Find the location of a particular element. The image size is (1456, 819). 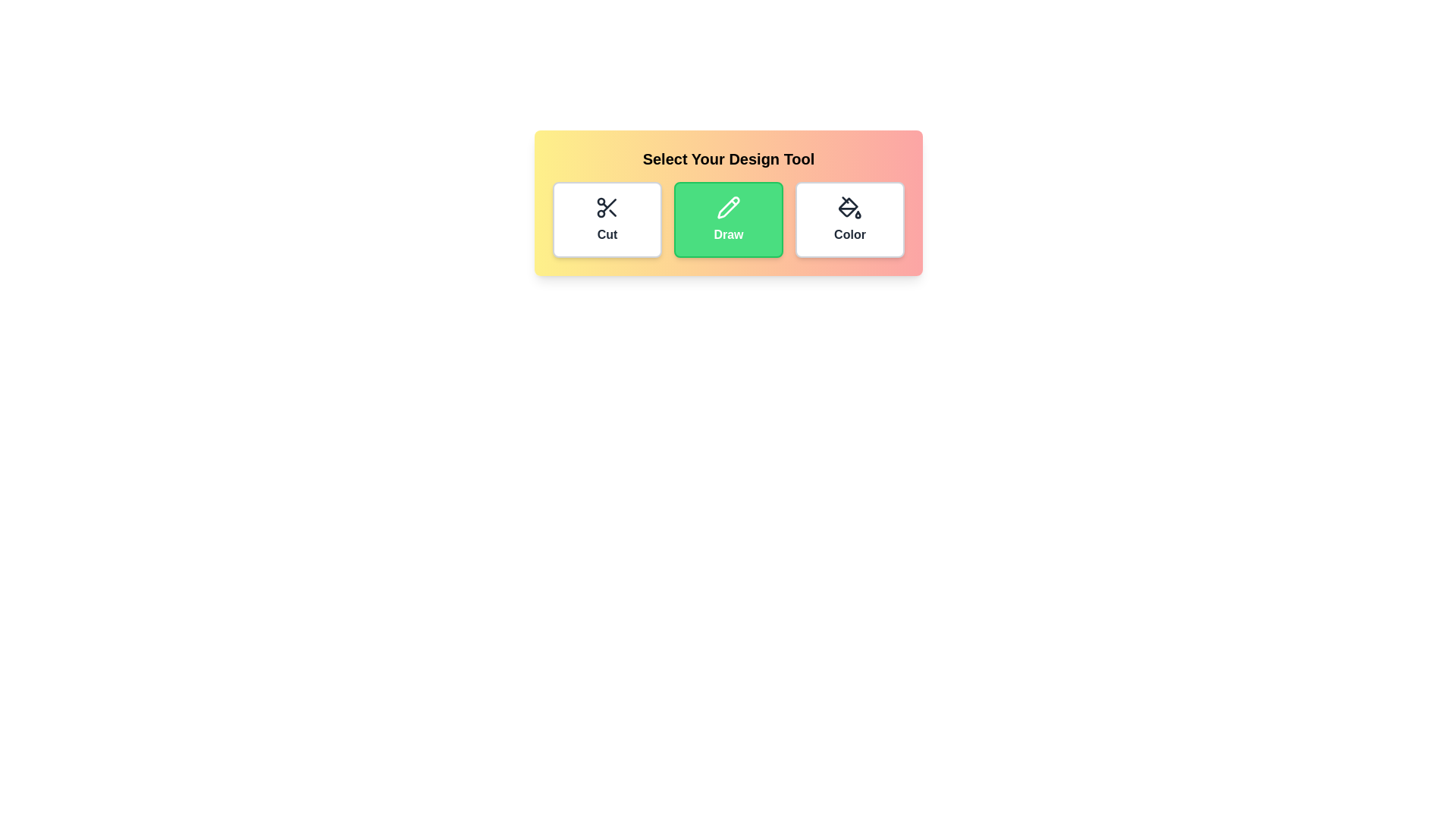

the icon of the tool labeled Draw to toggle its selection state is located at coordinates (728, 219).